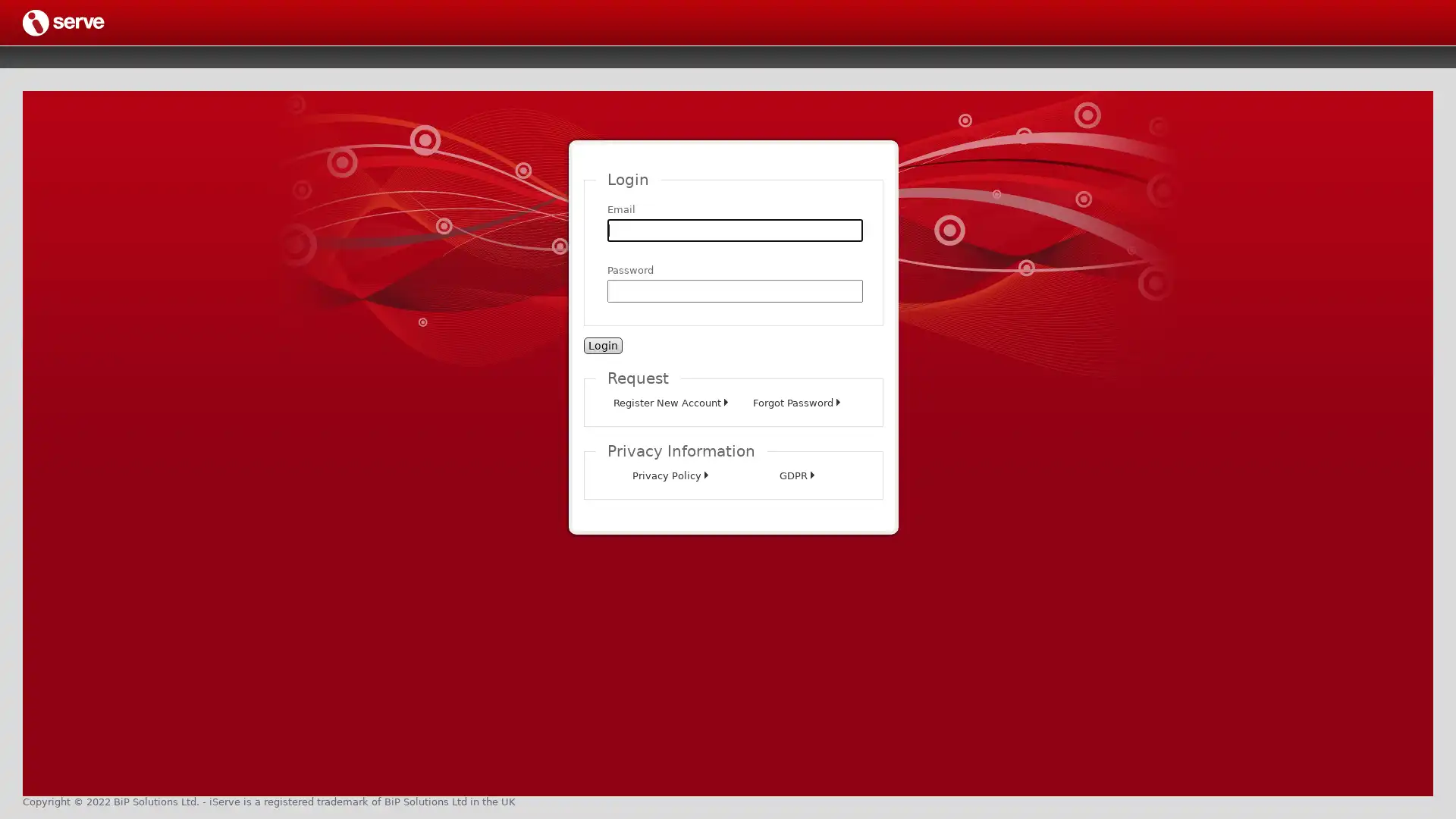  Describe the element at coordinates (602, 345) in the screenshot. I see `Login` at that location.